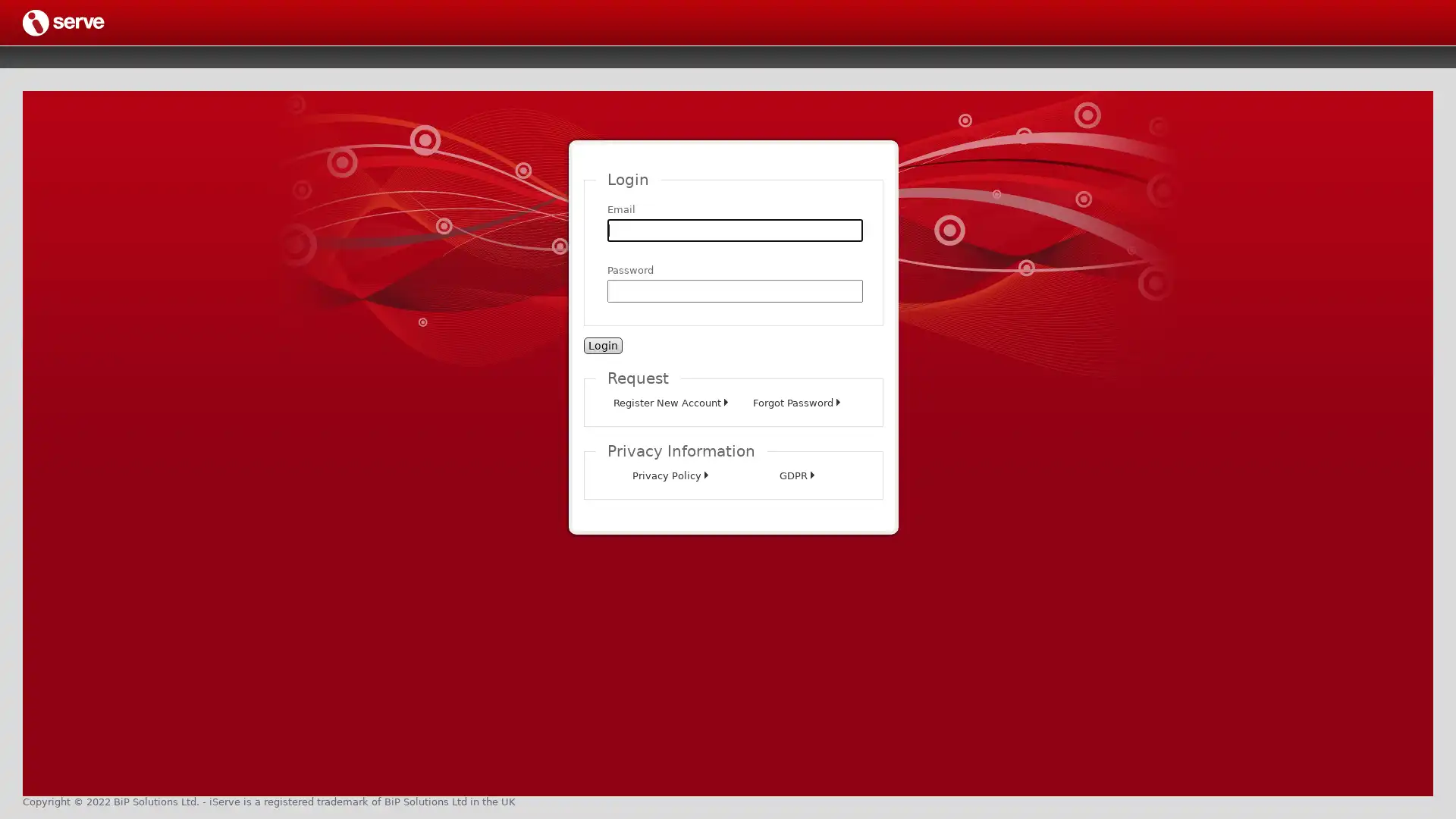  Describe the element at coordinates (602, 345) in the screenshot. I see `Login` at that location.